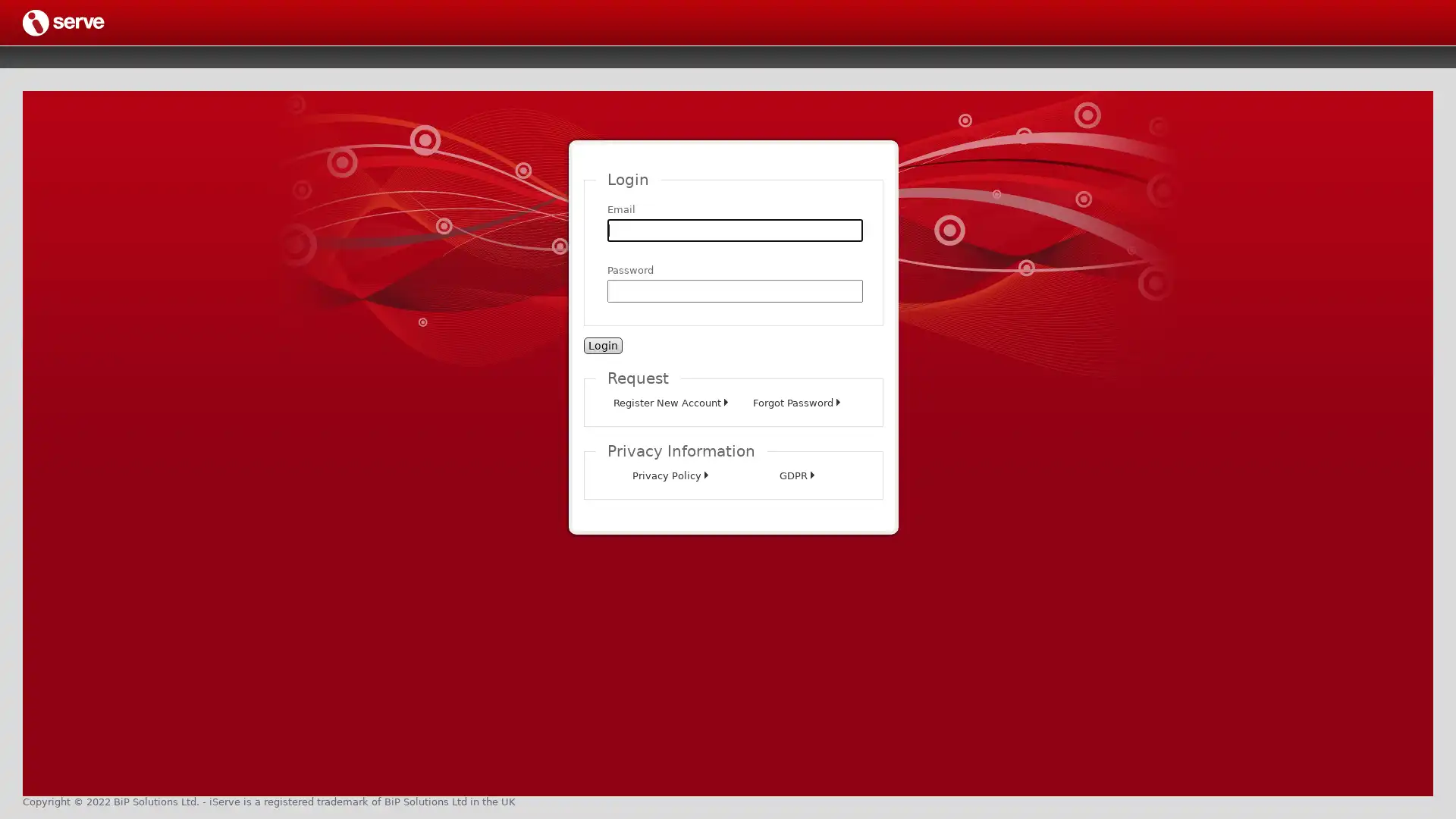  Describe the element at coordinates (602, 345) in the screenshot. I see `Login` at that location.